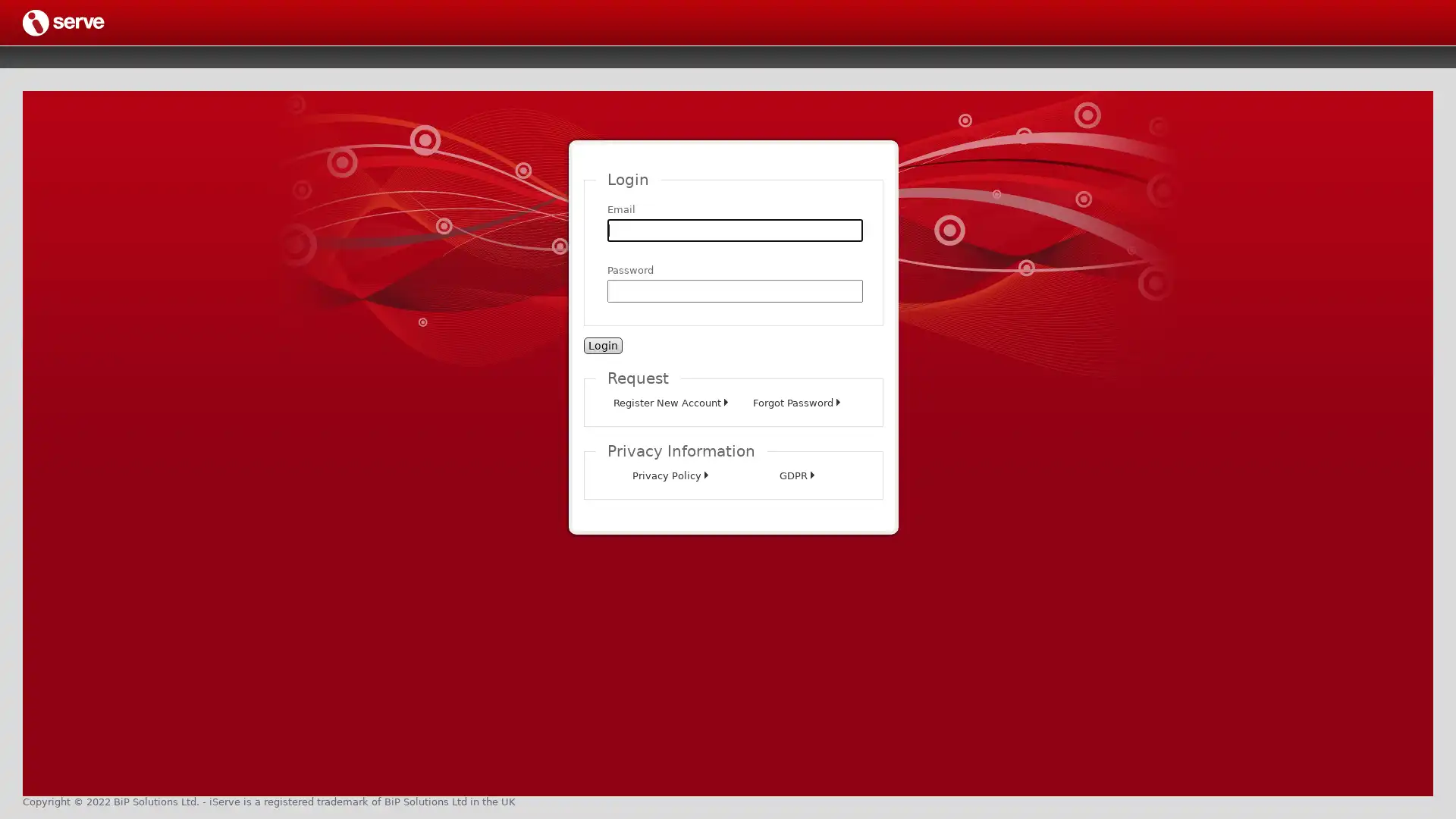  Describe the element at coordinates (602, 345) in the screenshot. I see `Login` at that location.